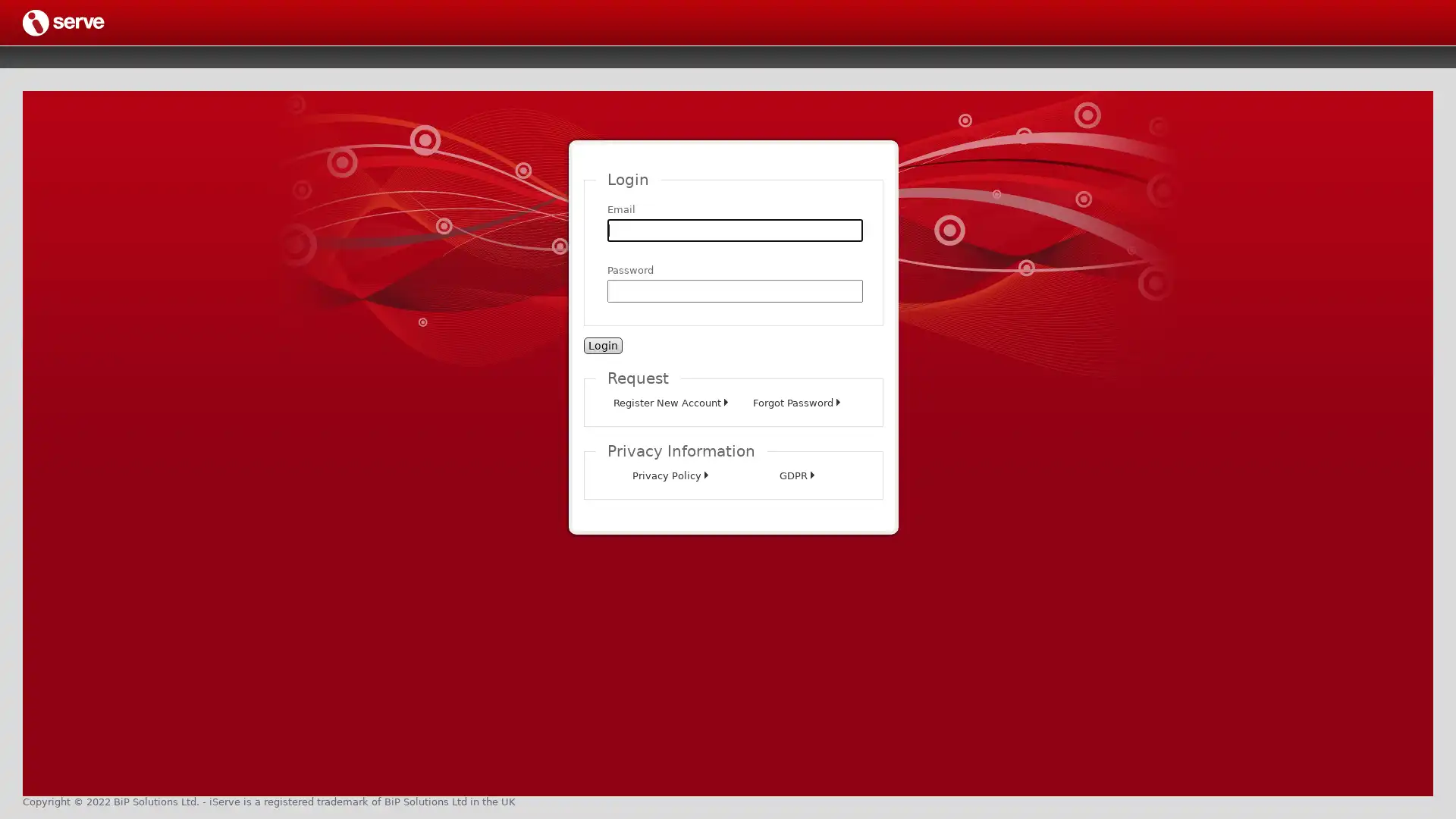  Describe the element at coordinates (602, 345) in the screenshot. I see `Login` at that location.